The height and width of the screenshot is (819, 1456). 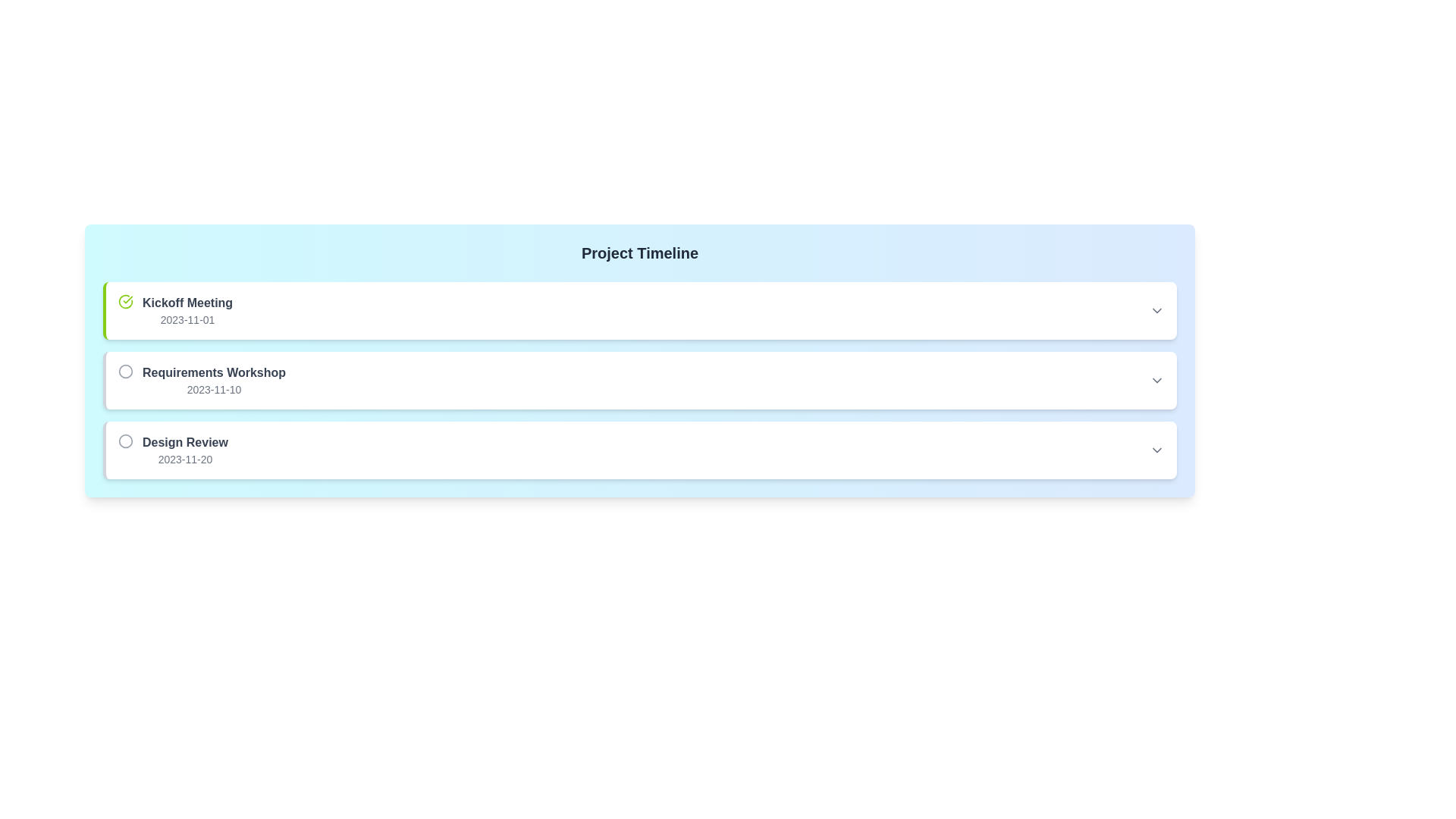 What do you see at coordinates (640, 450) in the screenshot?
I see `the 'Design Review' event list item` at bounding box center [640, 450].